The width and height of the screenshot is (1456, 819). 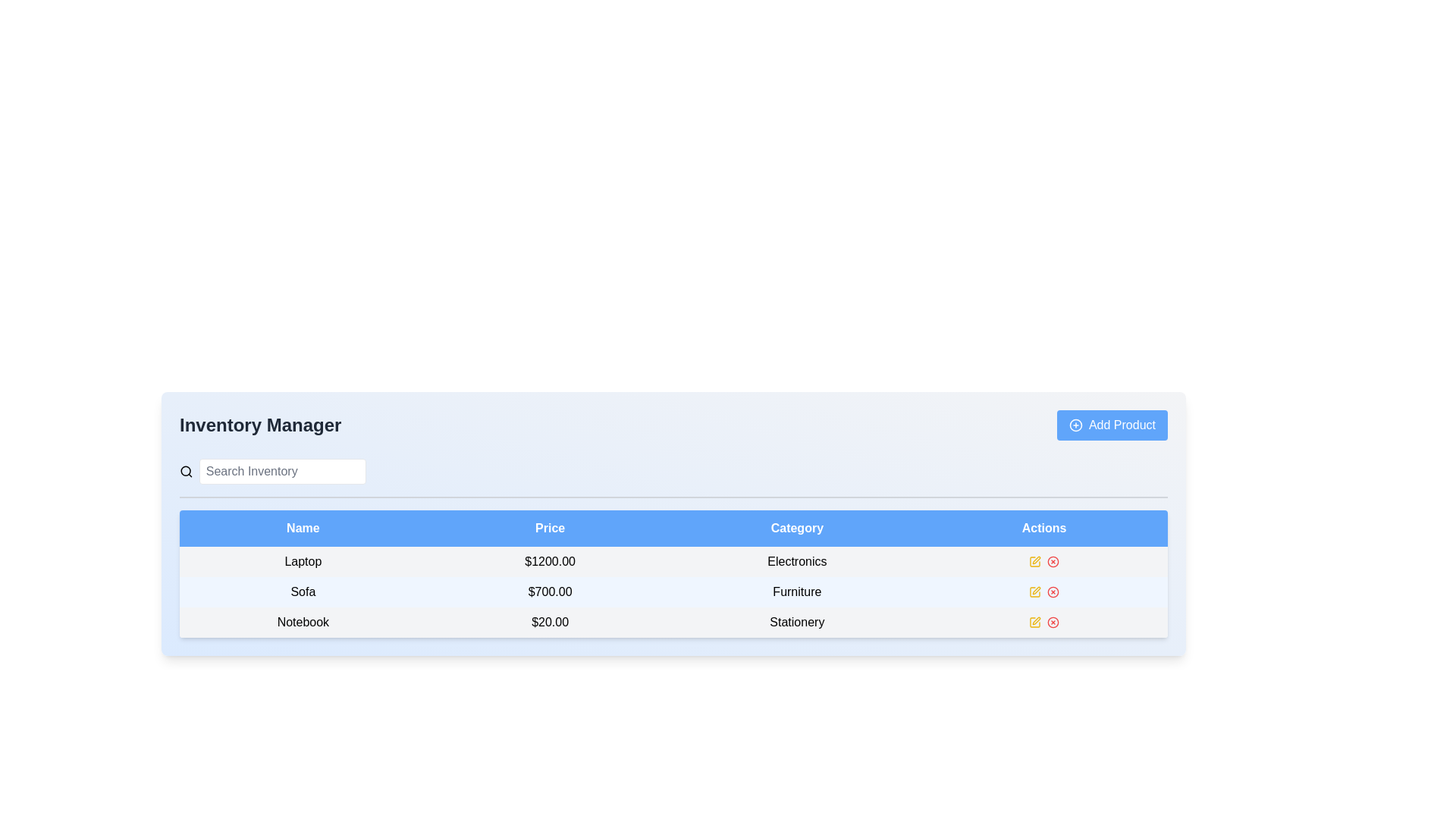 What do you see at coordinates (1043, 528) in the screenshot?
I see `the 'Actions' column header in the data table, which is the fourth column header located near the right edge of the table` at bounding box center [1043, 528].